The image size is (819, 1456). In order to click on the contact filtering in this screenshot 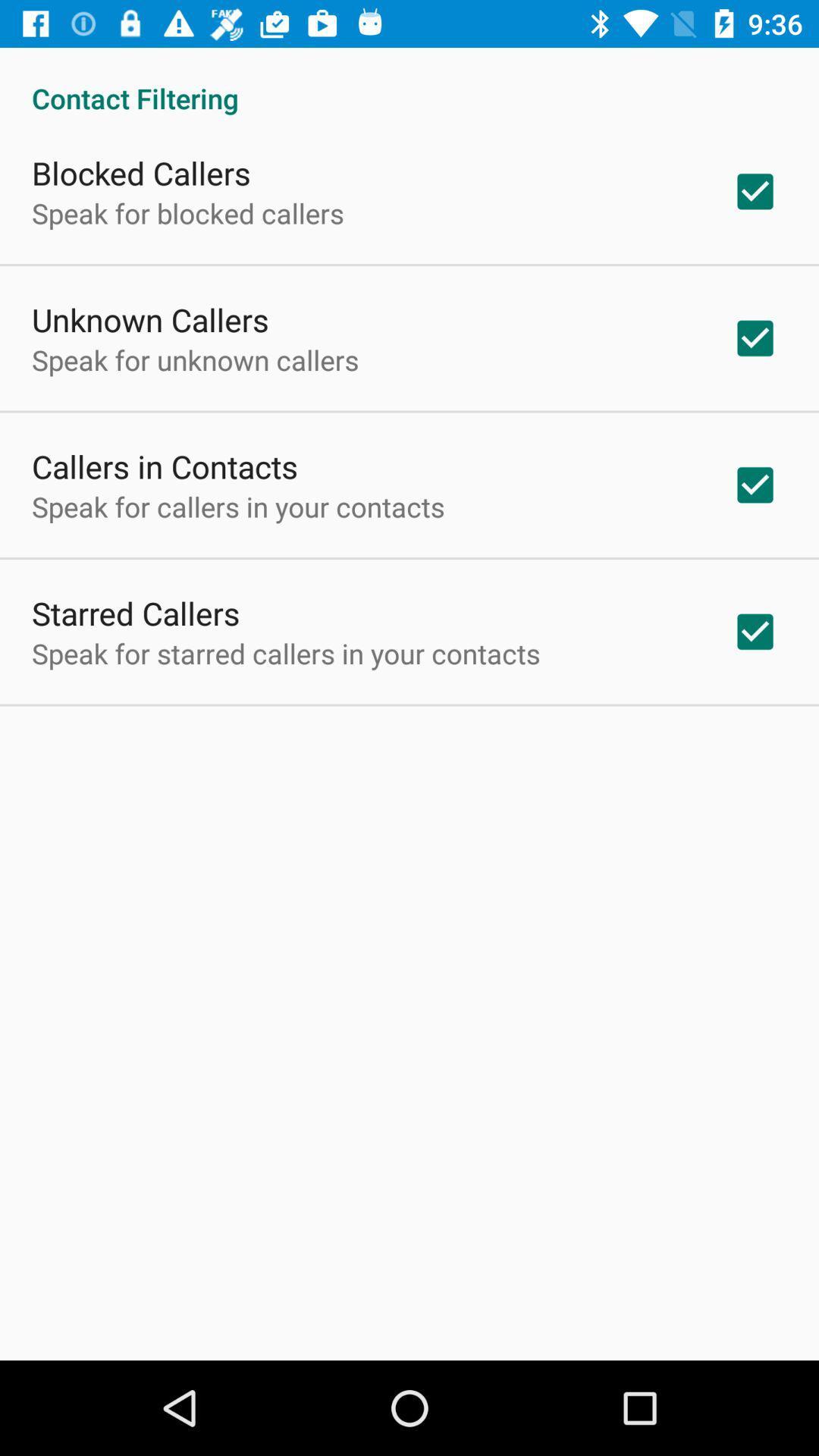, I will do `click(409, 81)`.